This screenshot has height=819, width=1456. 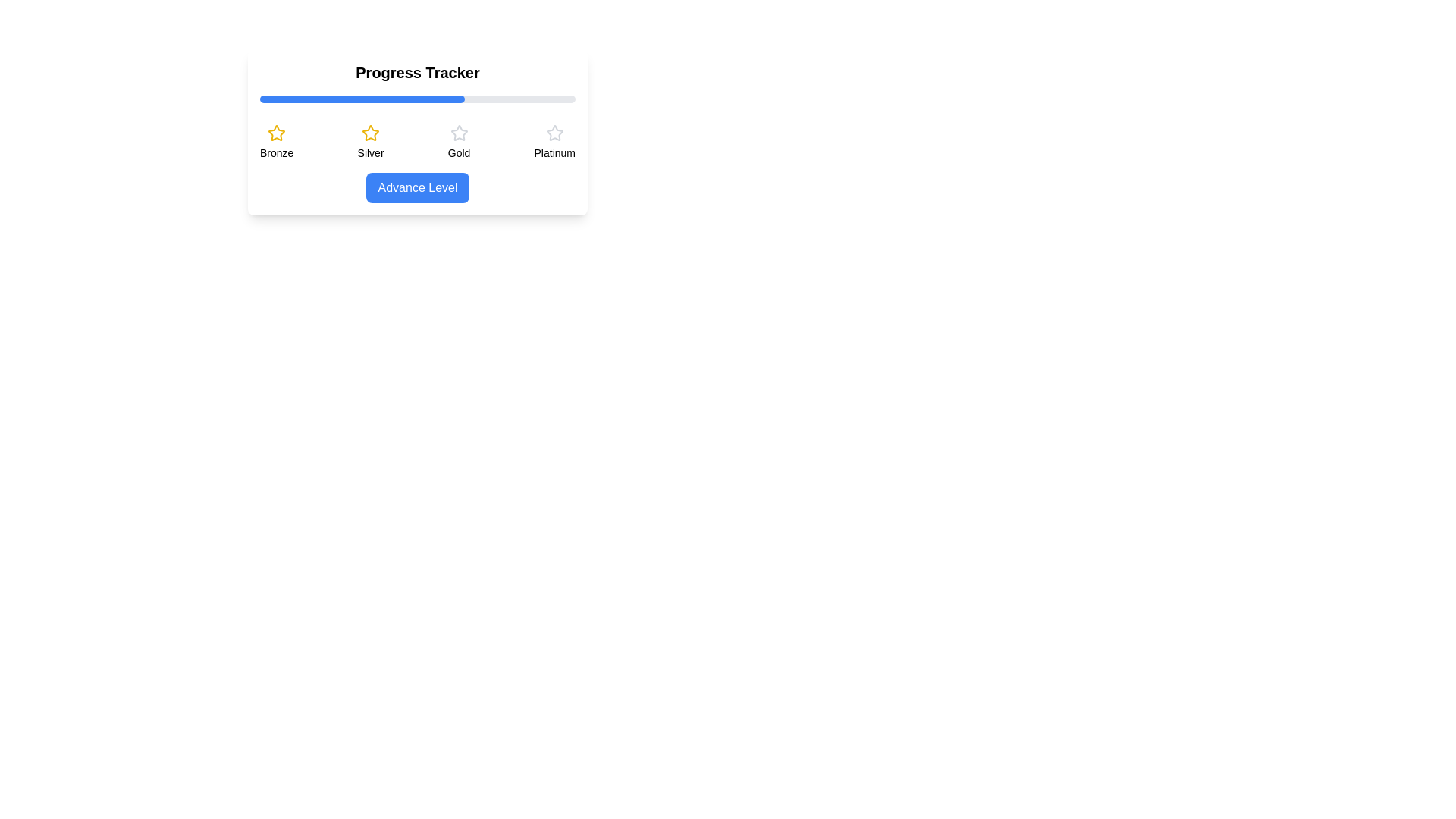 What do you see at coordinates (277, 140) in the screenshot?
I see `the visual state of the labeled indicator component that features a golden star icon and the text label 'Bronze', located at the far left of the horizontal selection menu` at bounding box center [277, 140].